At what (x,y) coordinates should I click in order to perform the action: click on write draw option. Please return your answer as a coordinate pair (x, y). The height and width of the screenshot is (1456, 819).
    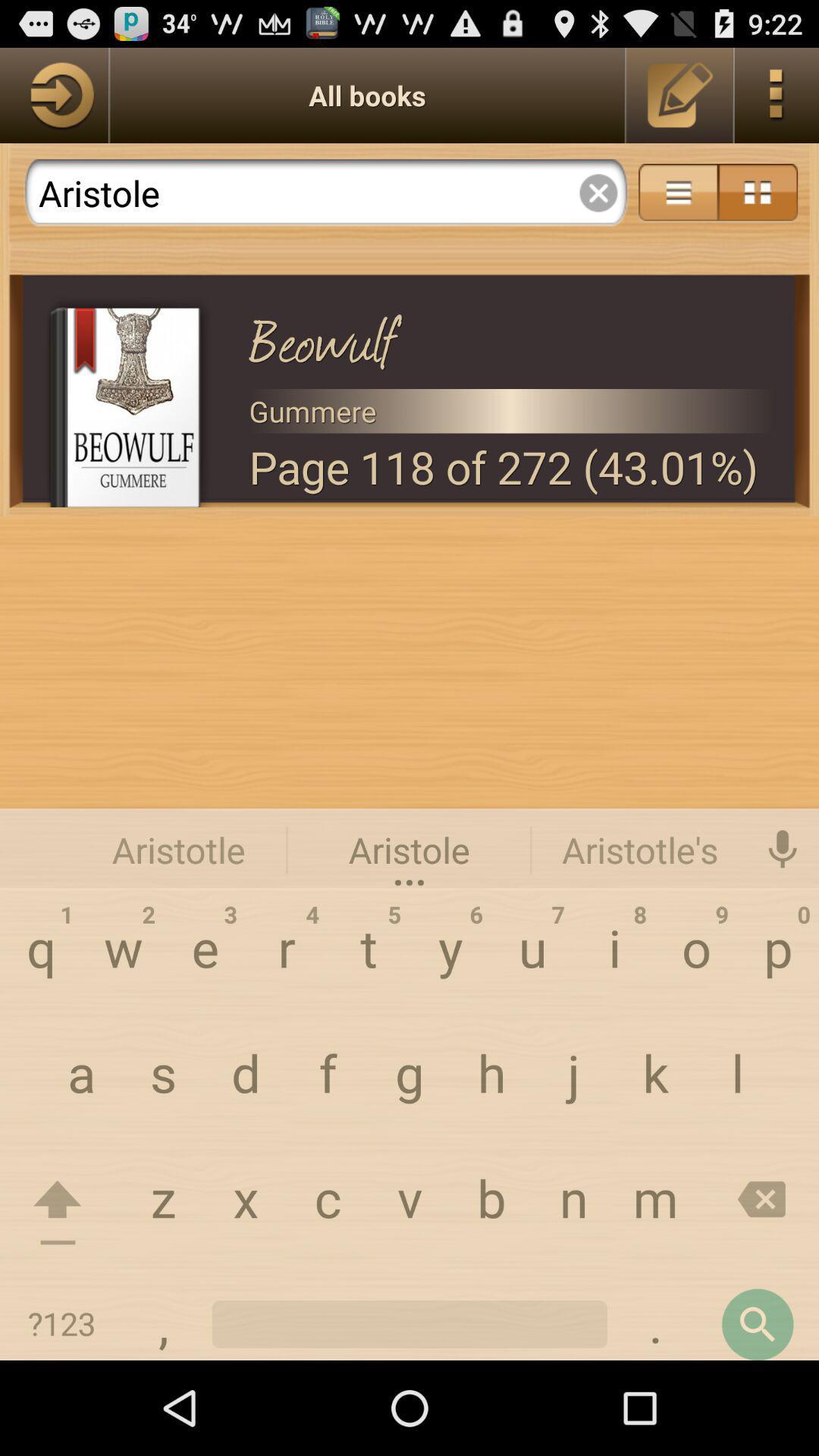
    Looking at the image, I should click on (679, 94).